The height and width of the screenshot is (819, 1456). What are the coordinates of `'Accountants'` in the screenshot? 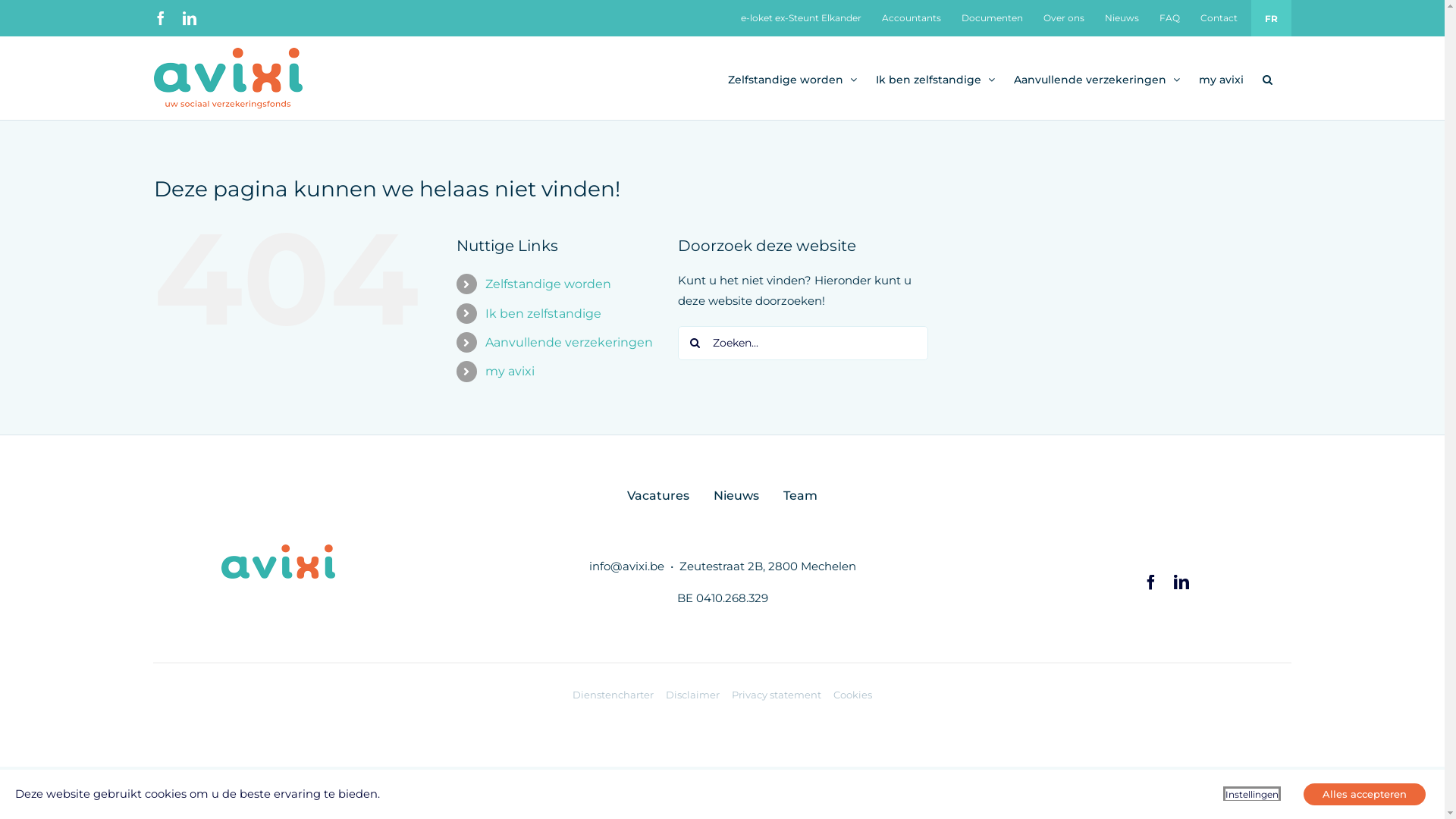 It's located at (910, 17).